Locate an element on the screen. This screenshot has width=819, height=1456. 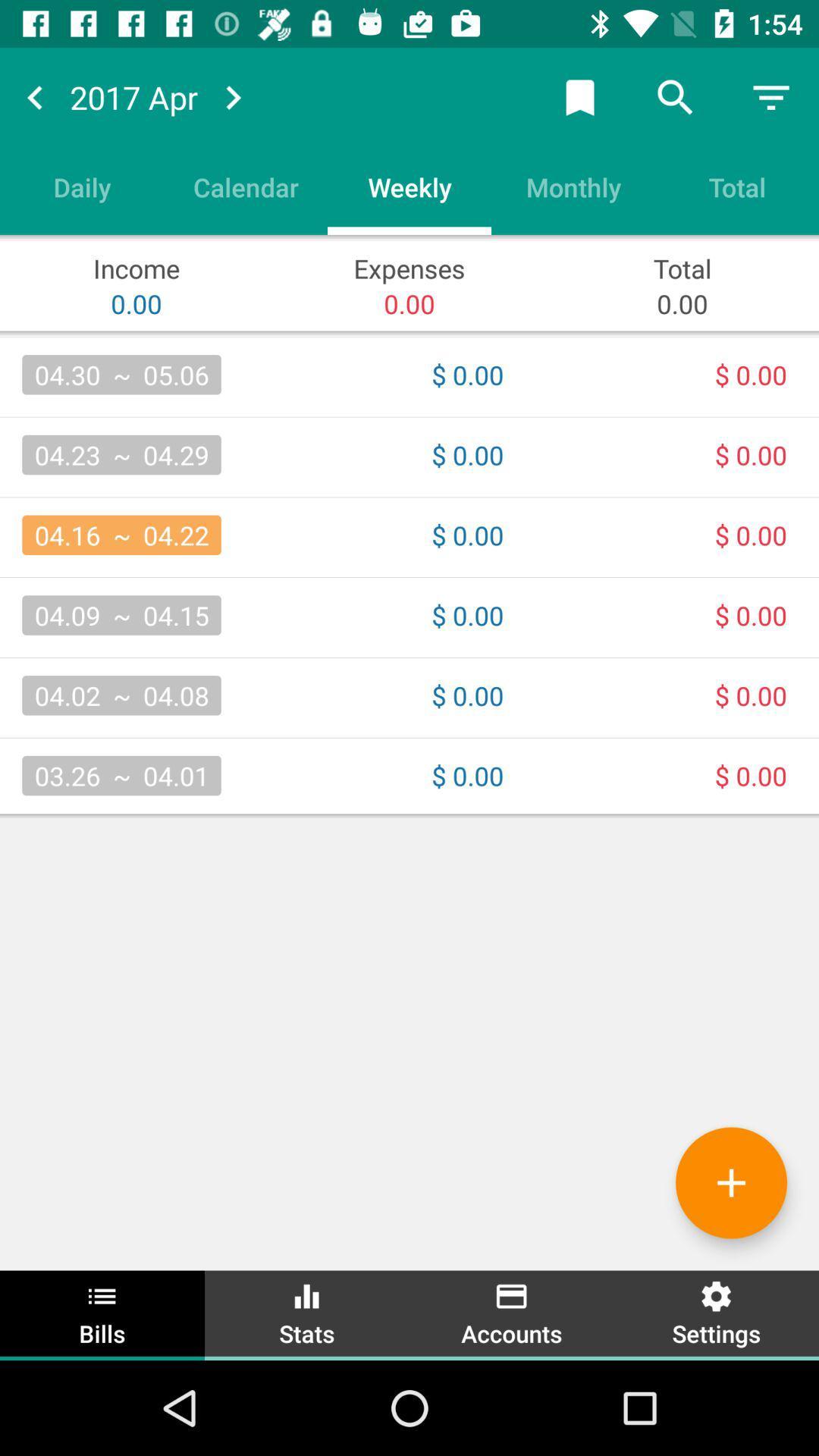
icon next to daily item is located at coordinates (245, 186).